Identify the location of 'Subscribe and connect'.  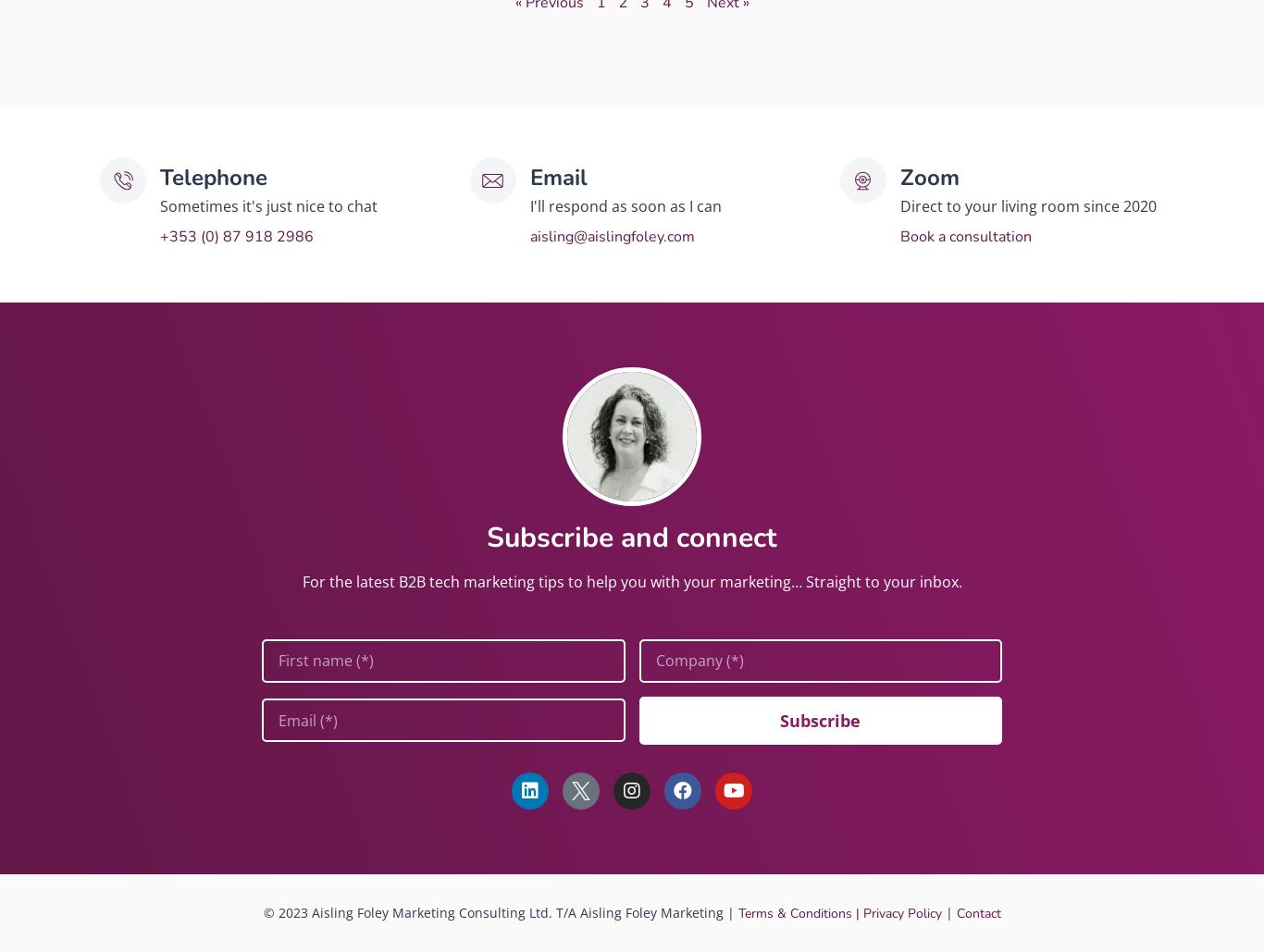
(632, 536).